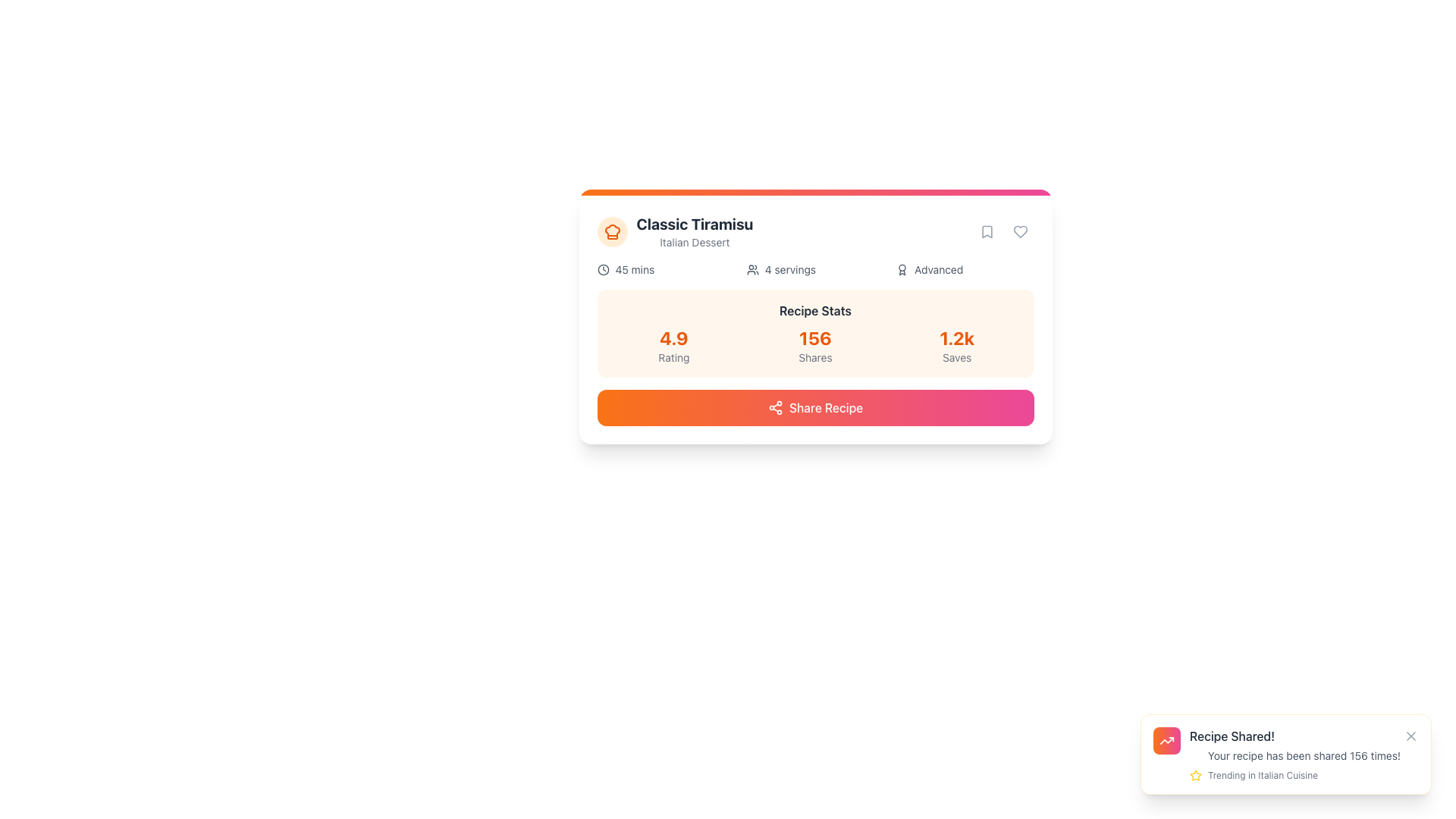 Image resolution: width=1456 pixels, height=819 pixels. I want to click on the Text Display that shows the count of shares for the recipe in the 'Recipe Stats' section, which is located centrally in the second row as the left component of the 'Shares' pair, so click(814, 337).